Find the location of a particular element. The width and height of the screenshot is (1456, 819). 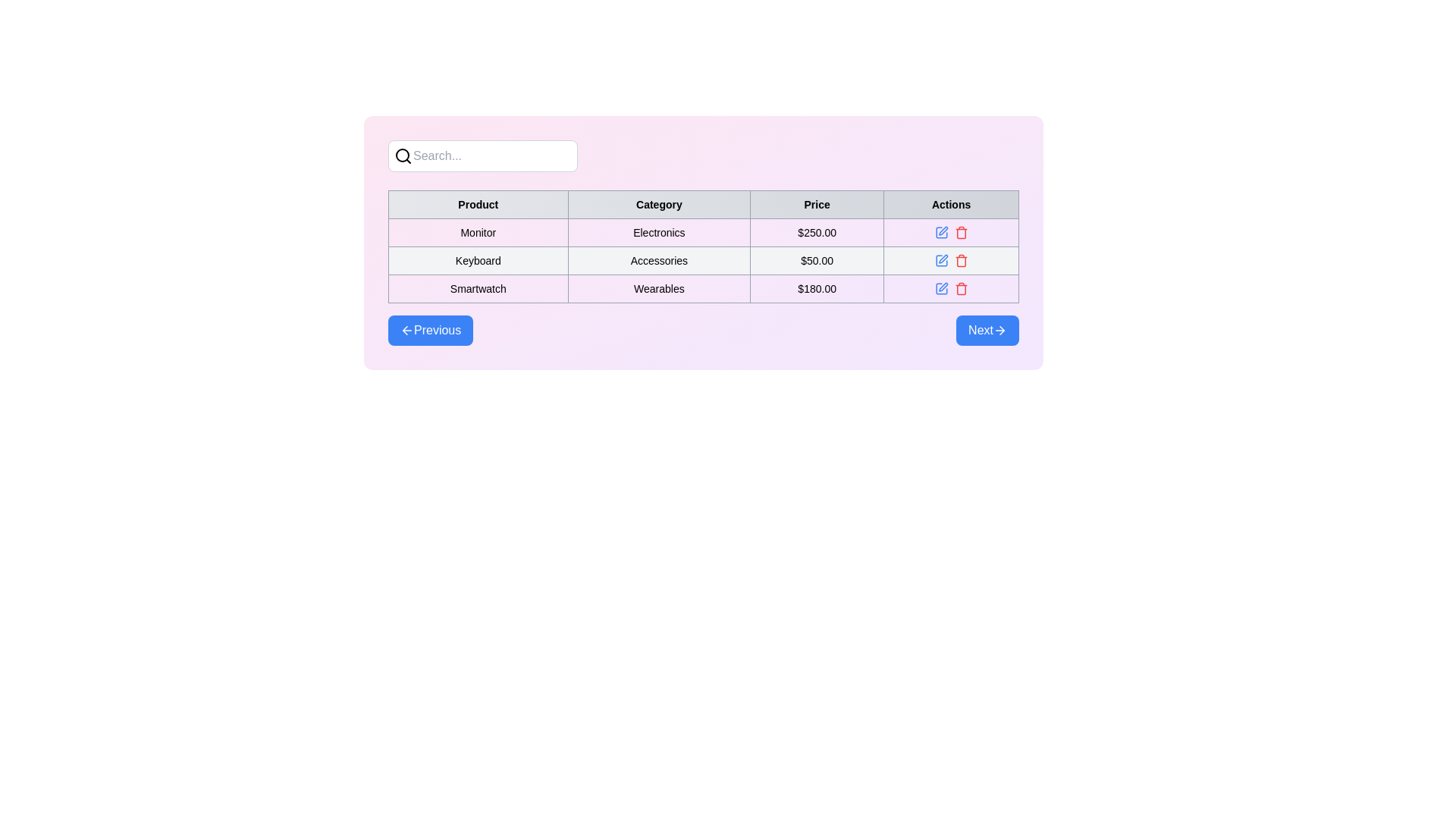

the minimalistic blue-bordered edit icon with a pencil symbol in the Actions column of the second row in the table is located at coordinates (940, 259).